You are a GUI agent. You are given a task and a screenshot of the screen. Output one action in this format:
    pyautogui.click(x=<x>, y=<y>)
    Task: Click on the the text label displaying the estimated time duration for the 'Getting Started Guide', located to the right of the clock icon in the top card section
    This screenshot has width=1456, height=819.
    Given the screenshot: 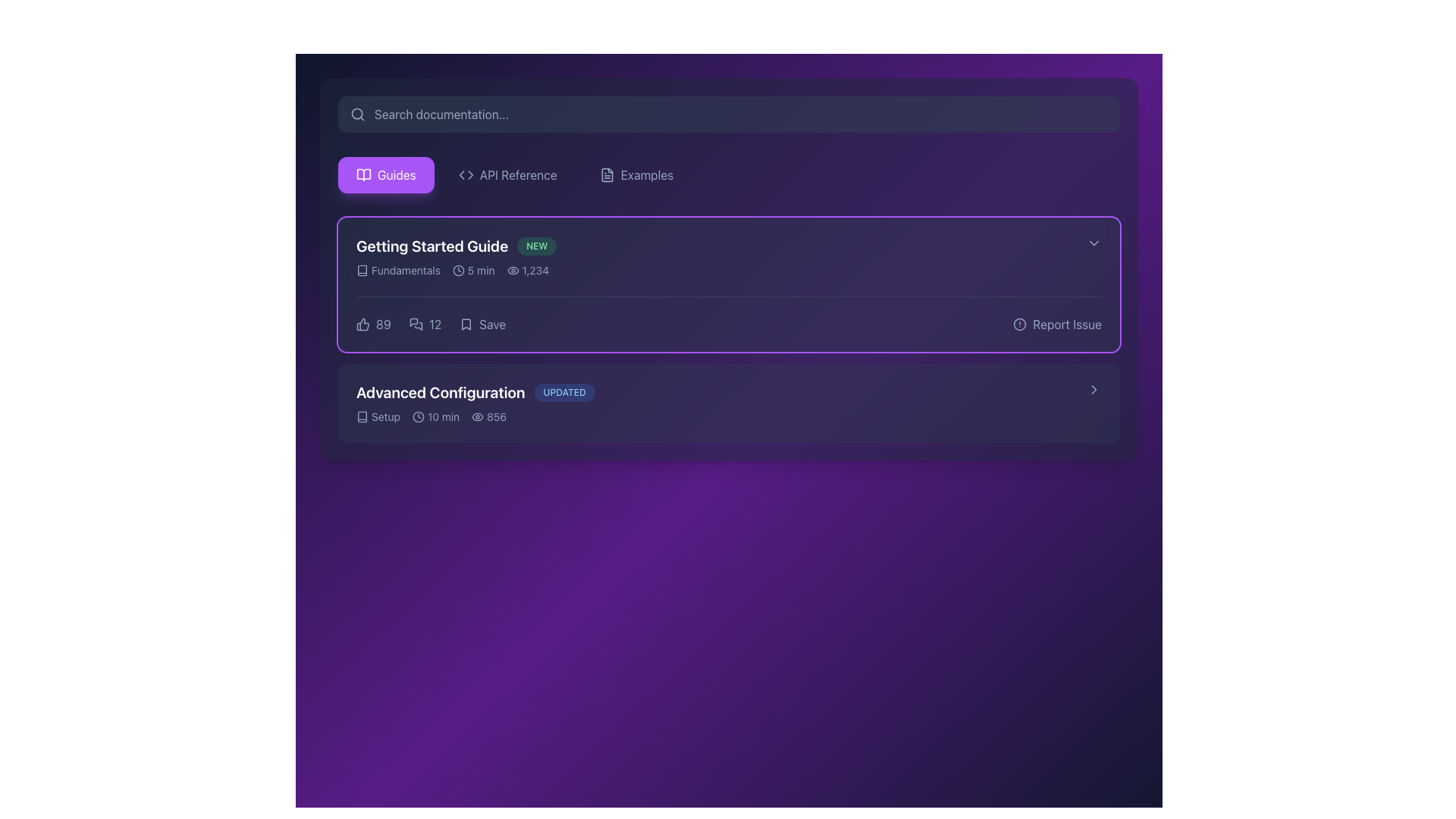 What is the action you would take?
    pyautogui.click(x=480, y=270)
    